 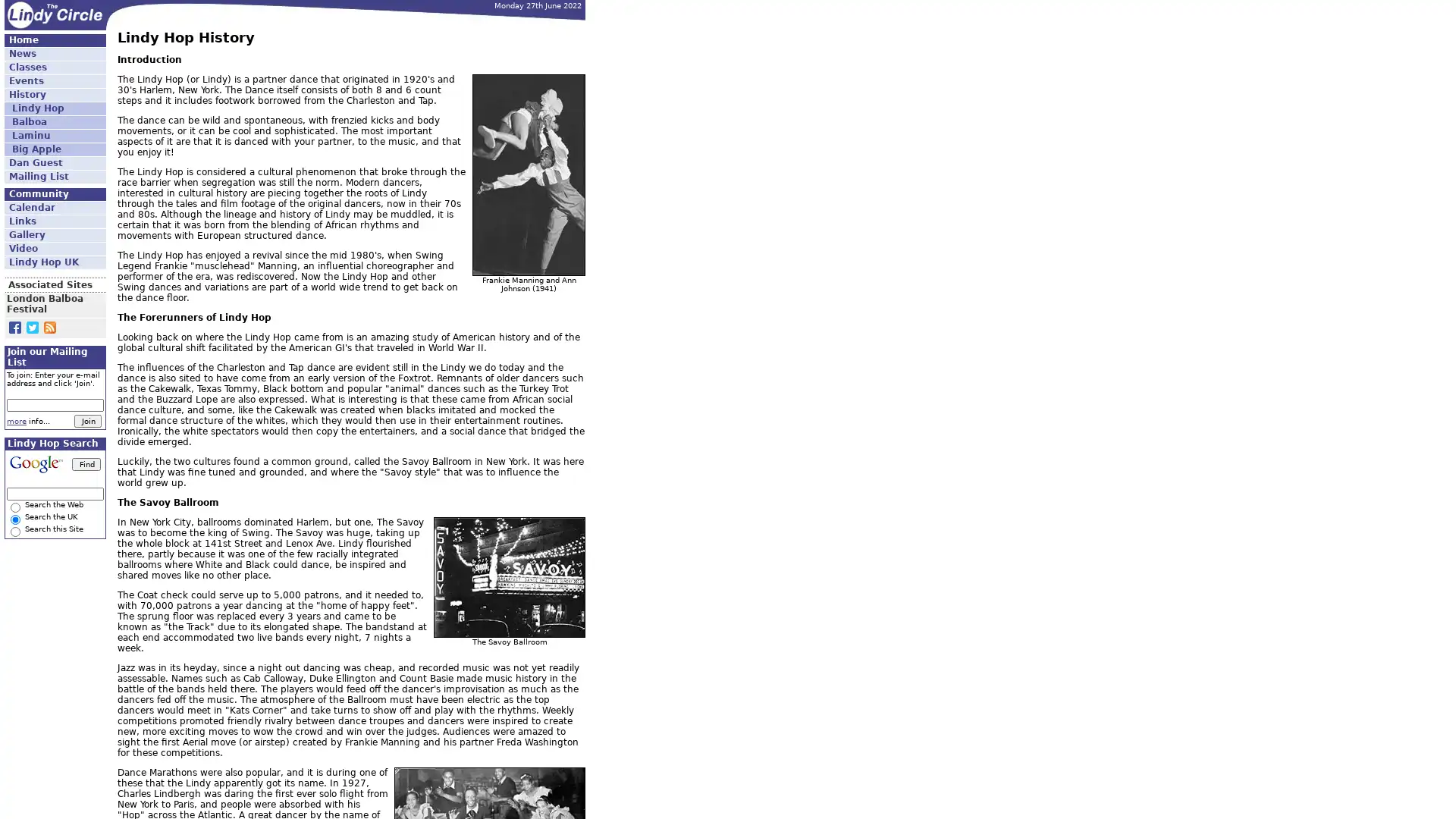 I want to click on Find, so click(x=86, y=463).